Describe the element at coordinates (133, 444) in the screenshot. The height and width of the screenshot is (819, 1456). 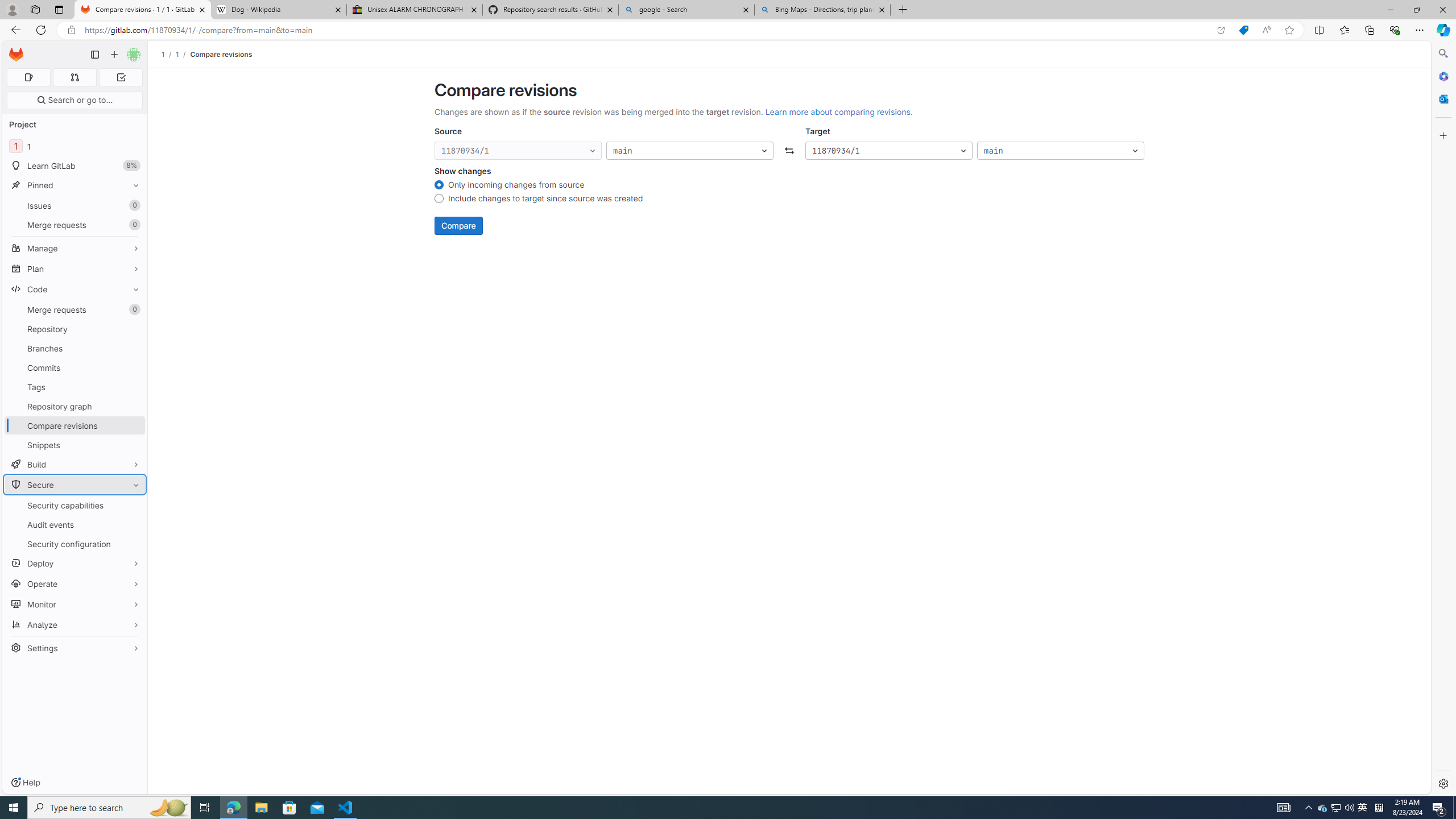
I see `'Pin Snippets'` at that location.